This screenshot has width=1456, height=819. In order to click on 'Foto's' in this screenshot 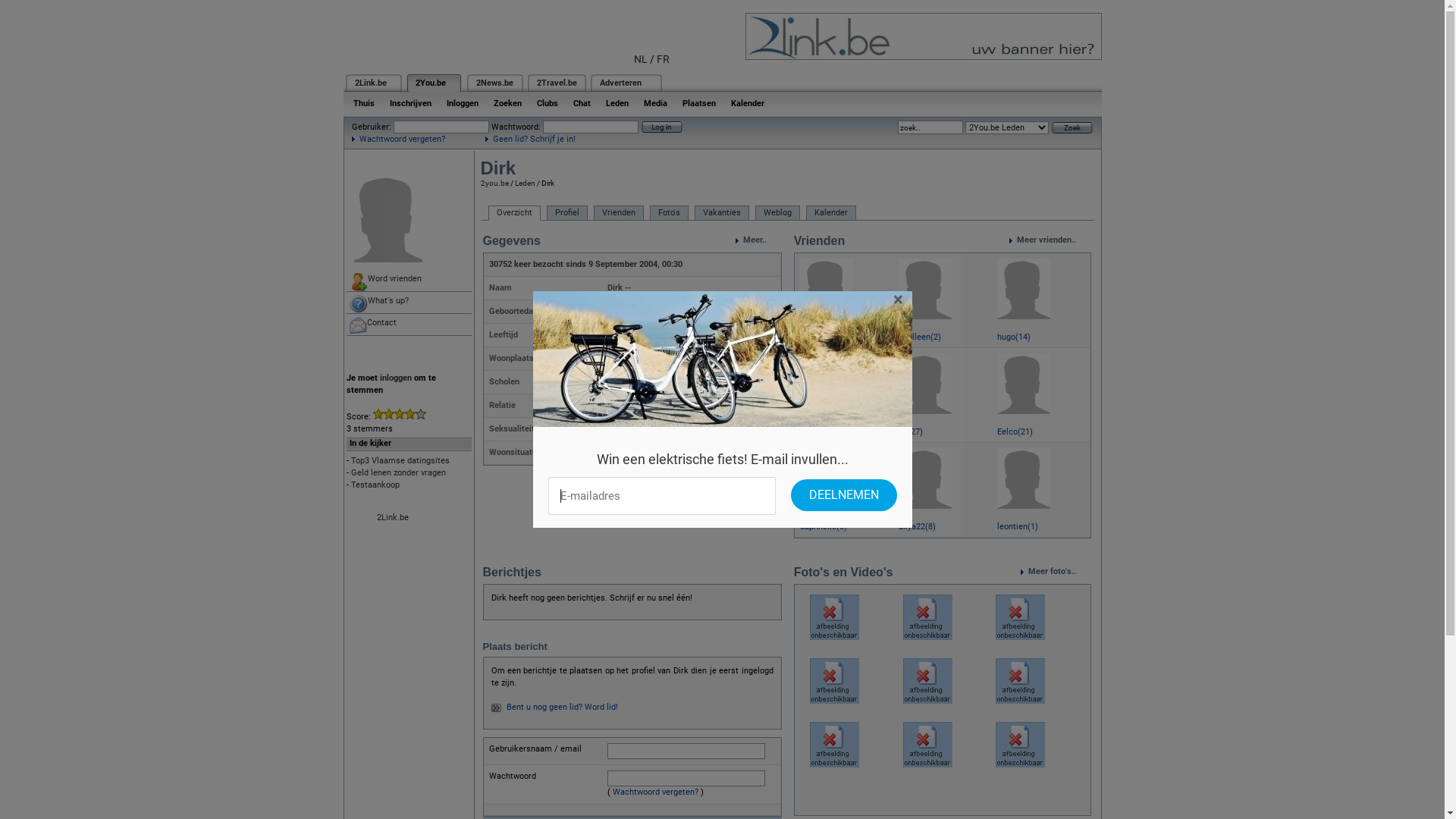, I will do `click(667, 213)`.